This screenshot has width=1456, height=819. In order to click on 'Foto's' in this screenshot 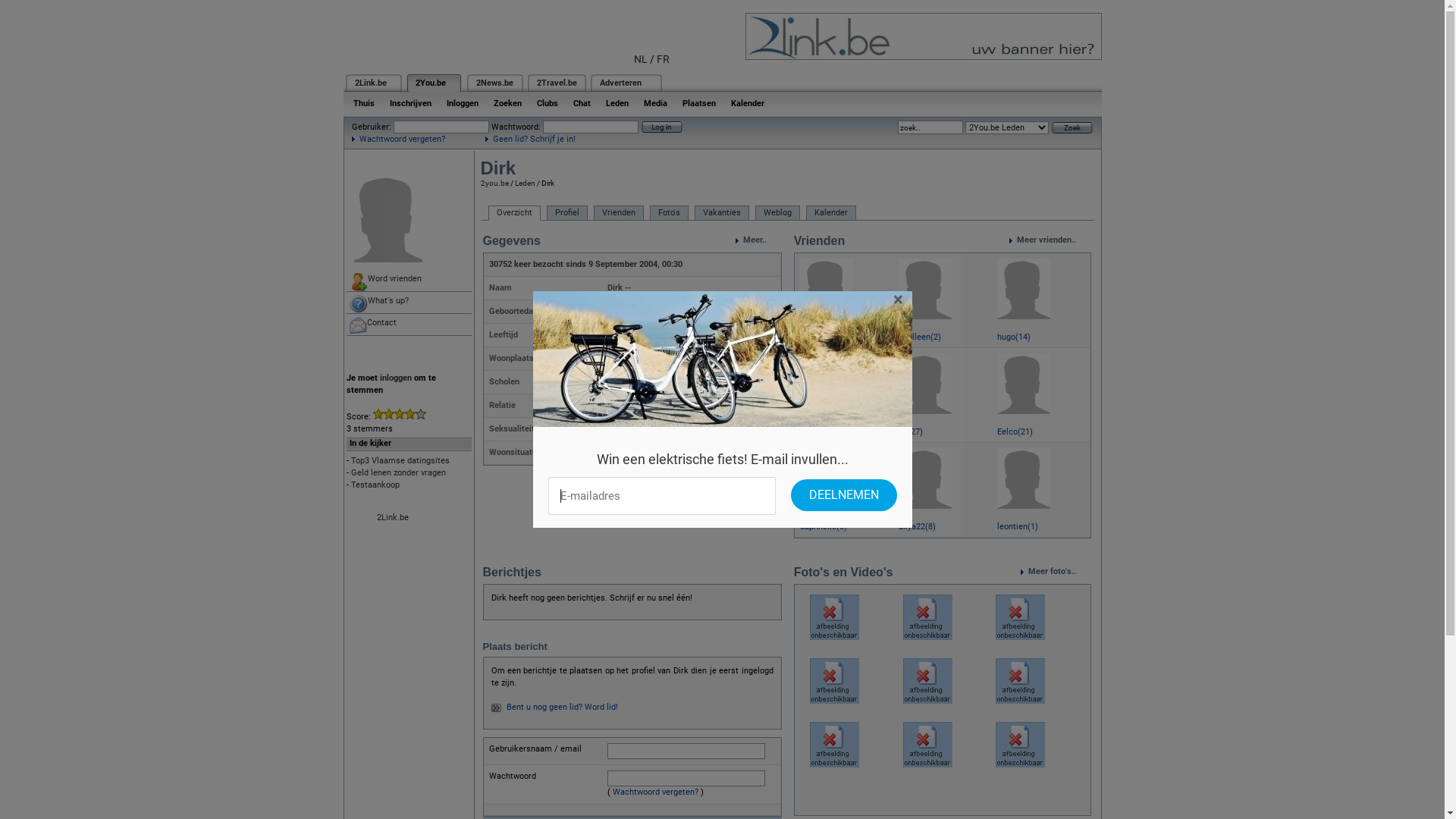, I will do `click(667, 213)`.